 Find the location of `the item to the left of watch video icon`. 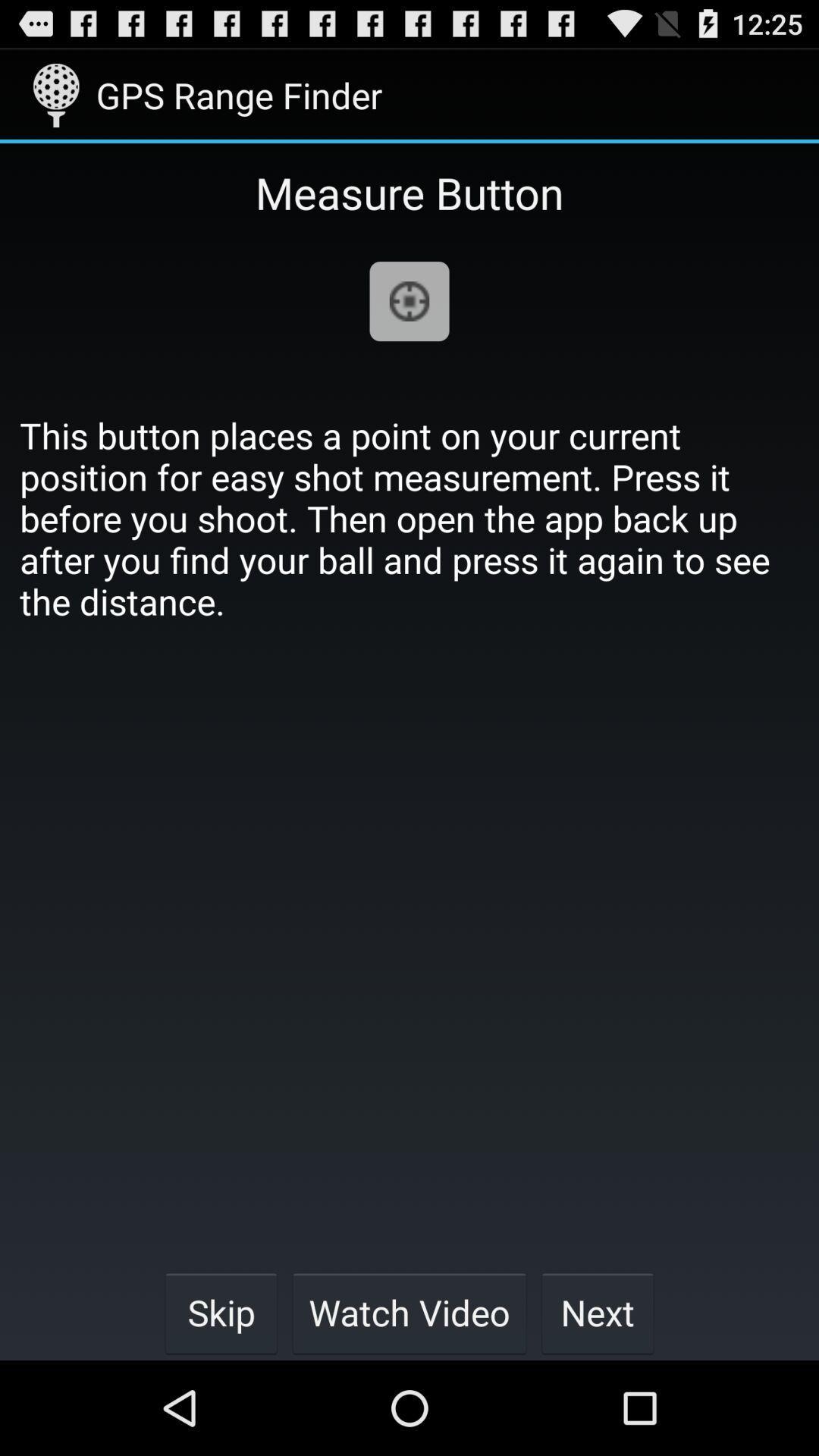

the item to the left of watch video icon is located at coordinates (221, 1312).